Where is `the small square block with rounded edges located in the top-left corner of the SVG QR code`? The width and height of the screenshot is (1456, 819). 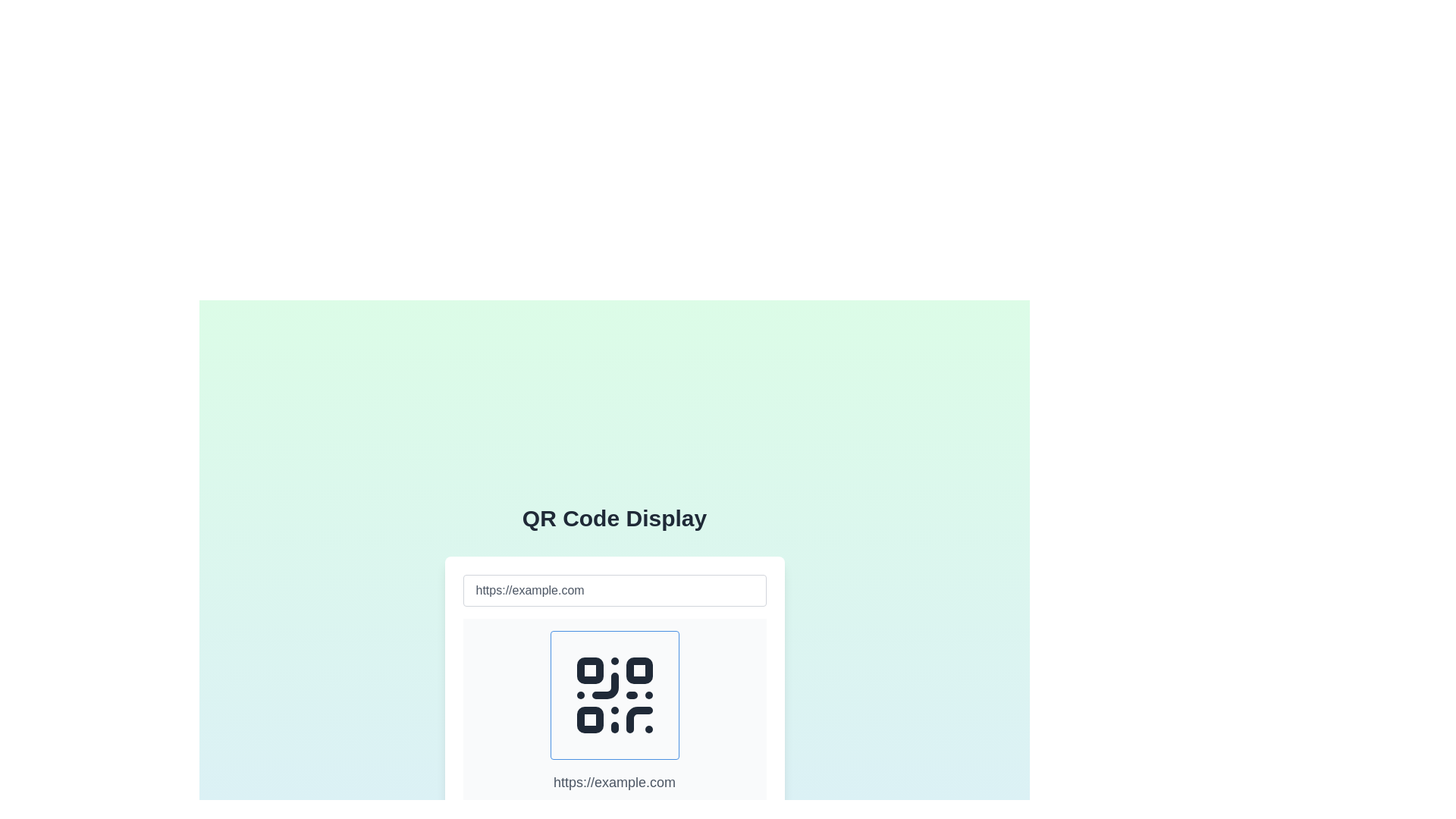 the small square block with rounded edges located in the top-left corner of the SVG QR code is located at coordinates (588, 670).